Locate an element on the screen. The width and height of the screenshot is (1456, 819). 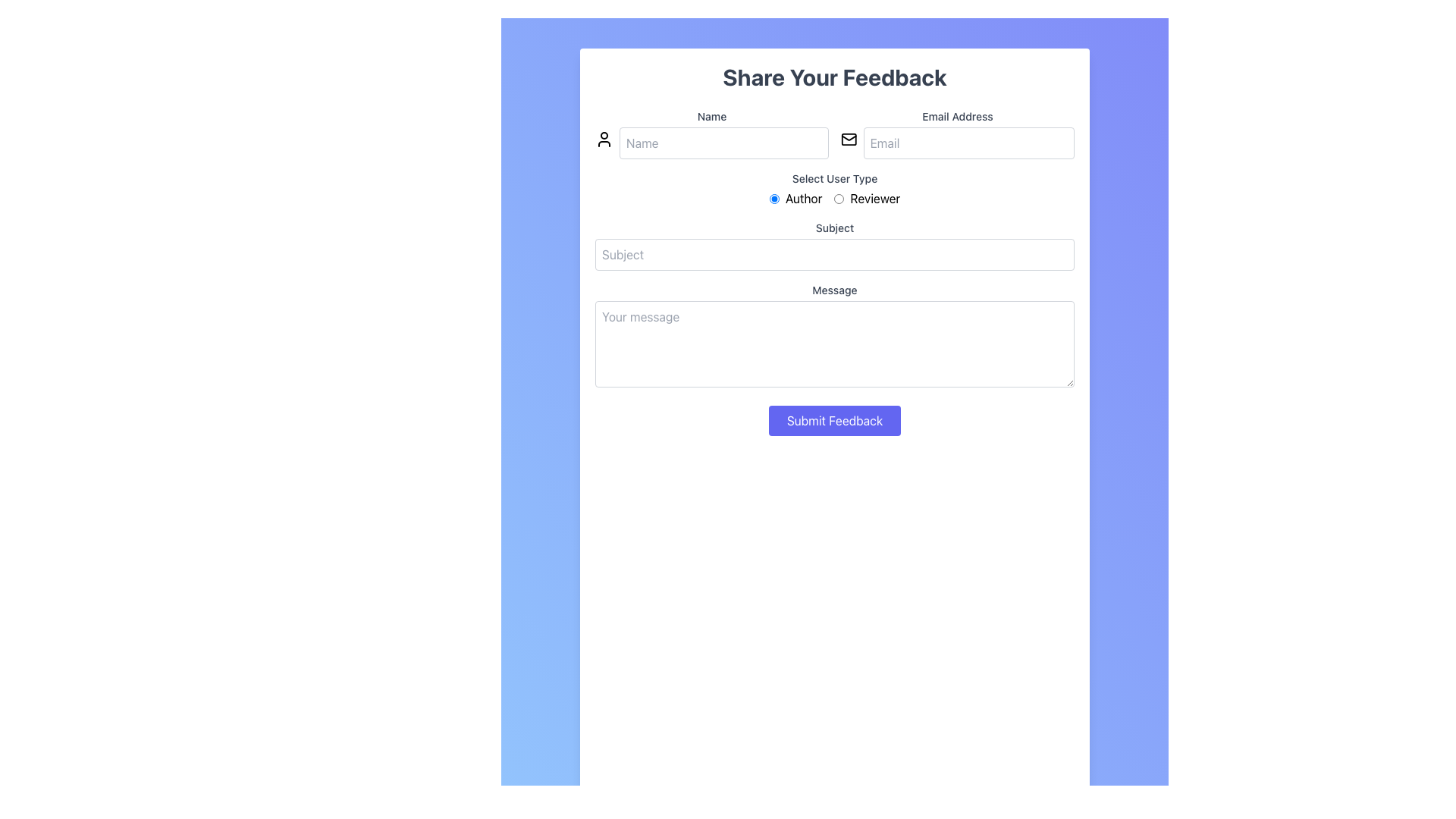
the 'Submit Feedback' button, which is a rectangular button with a blue background and white text, located near the lower center area of the form is located at coordinates (833, 420).